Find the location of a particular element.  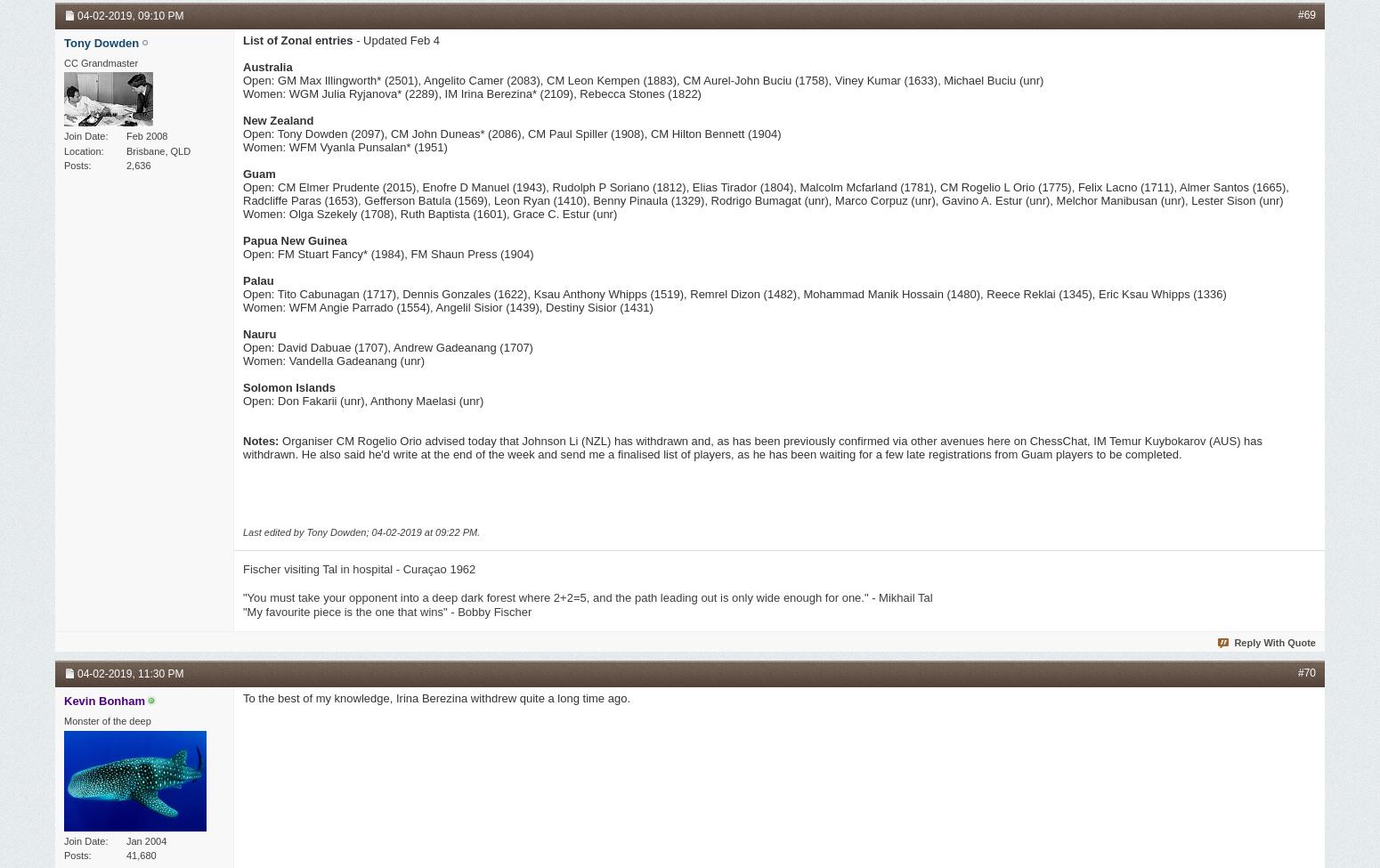

'Reply With Quote' is located at coordinates (1274, 641).